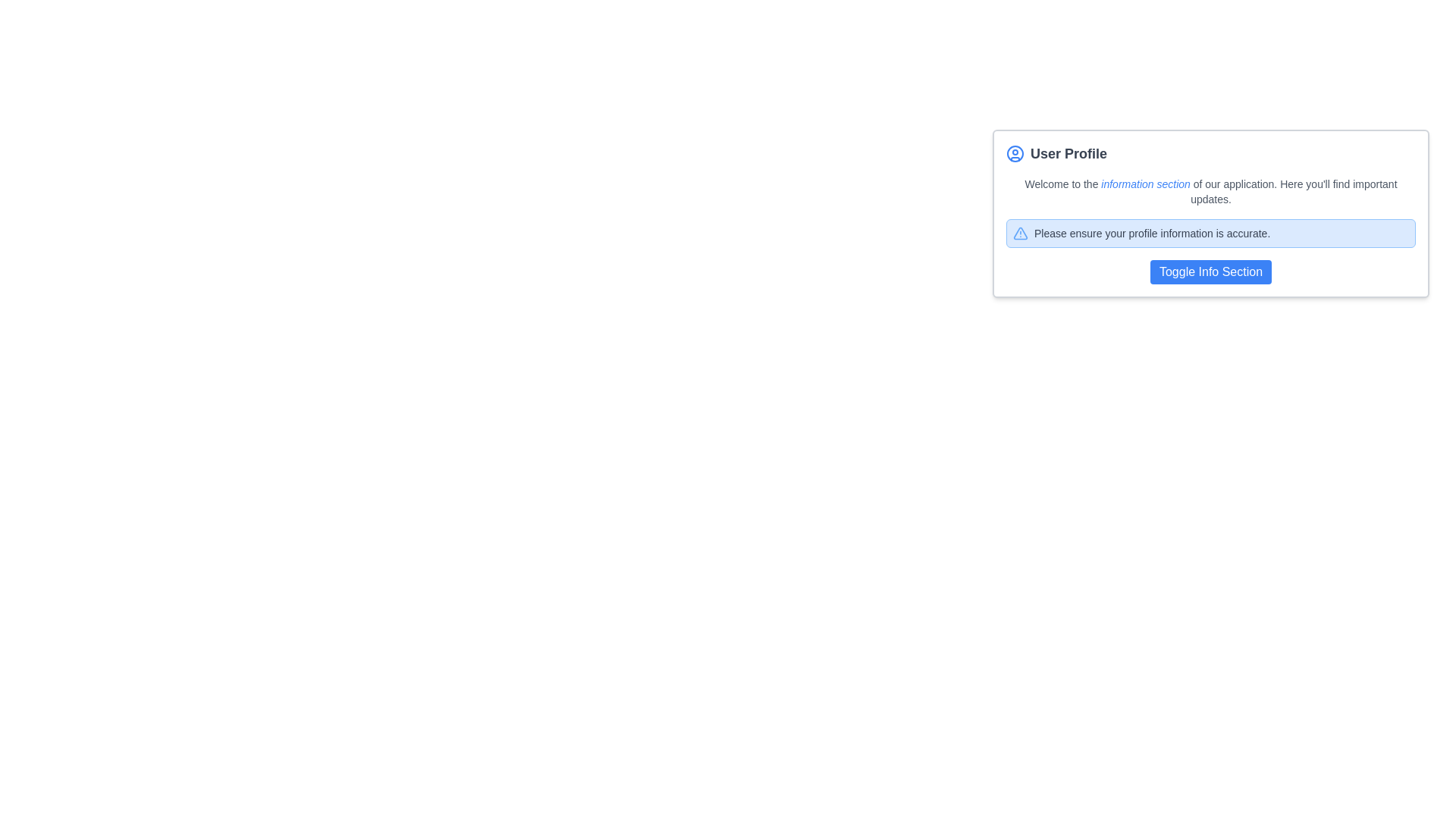 The width and height of the screenshot is (1456, 819). Describe the element at coordinates (1015, 154) in the screenshot. I see `the circular user silhouette icon, which is the leftmost element in the 'User Profile' group at the top of the card-like panel` at that location.